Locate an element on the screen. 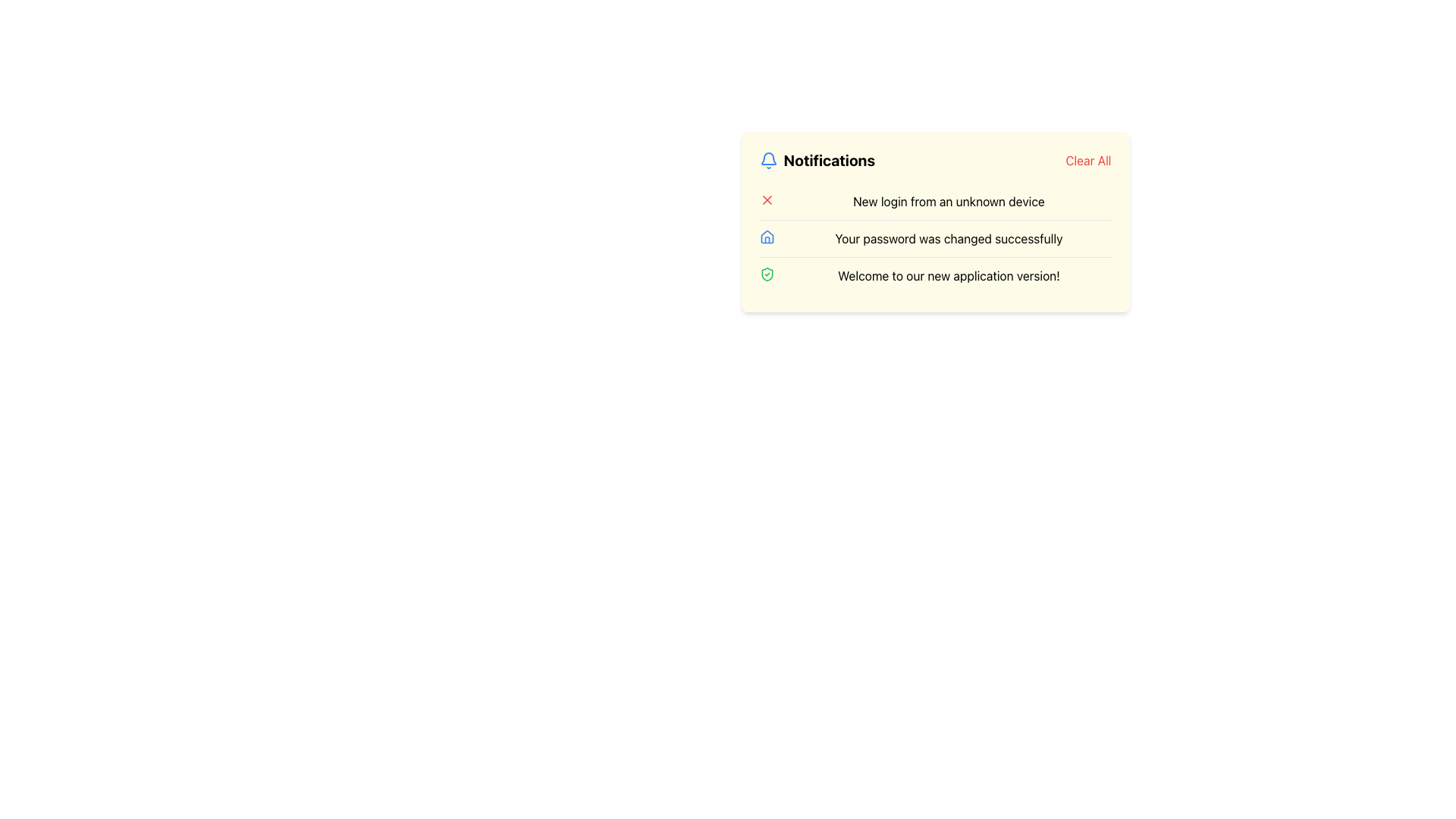 The image size is (1456, 819). the second notification item in the notification panel that informs the user their password was successfully changed is located at coordinates (934, 238).